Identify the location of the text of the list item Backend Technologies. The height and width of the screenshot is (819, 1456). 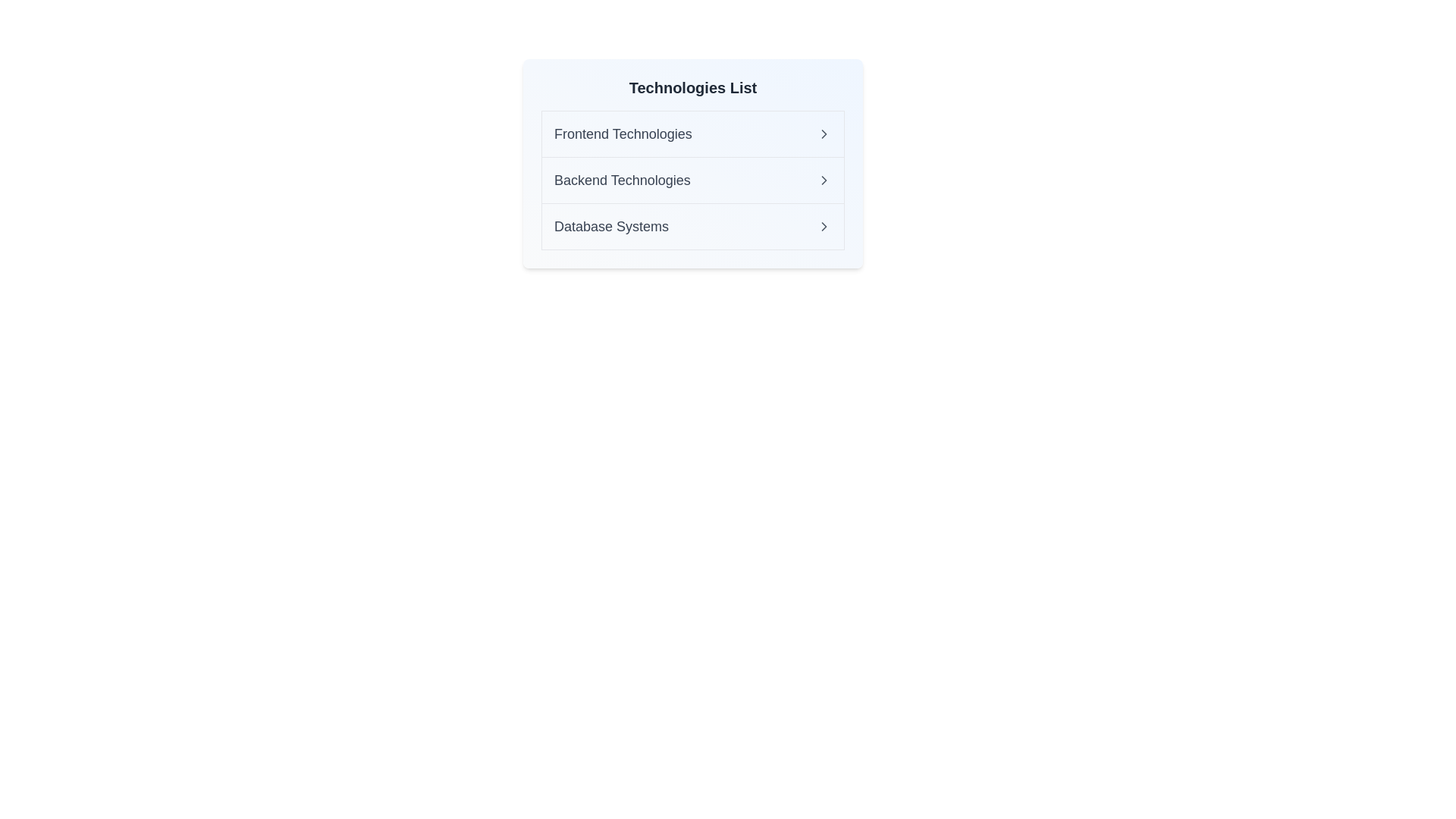
(622, 180).